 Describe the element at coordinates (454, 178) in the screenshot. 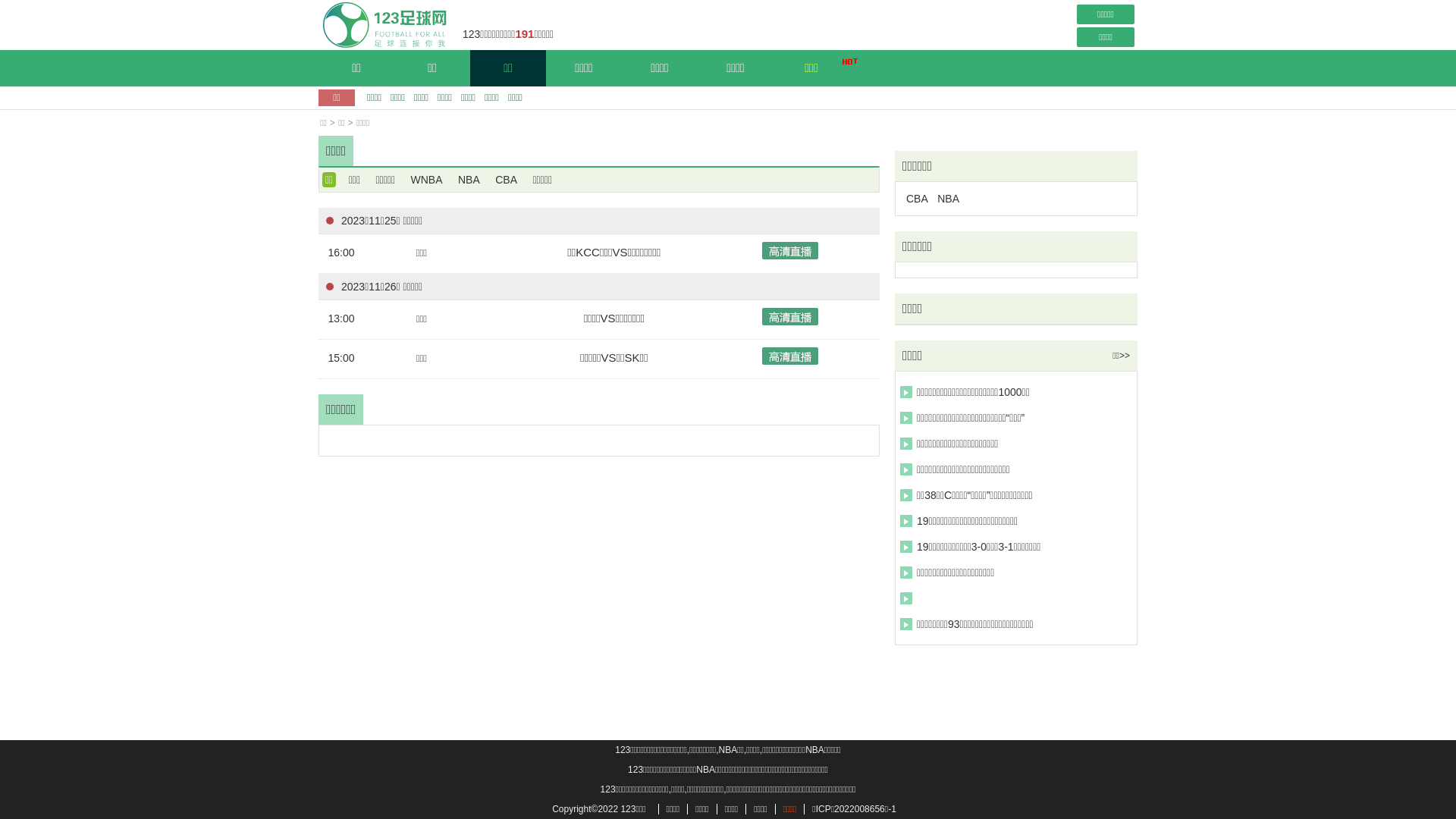

I see `'NBA'` at that location.